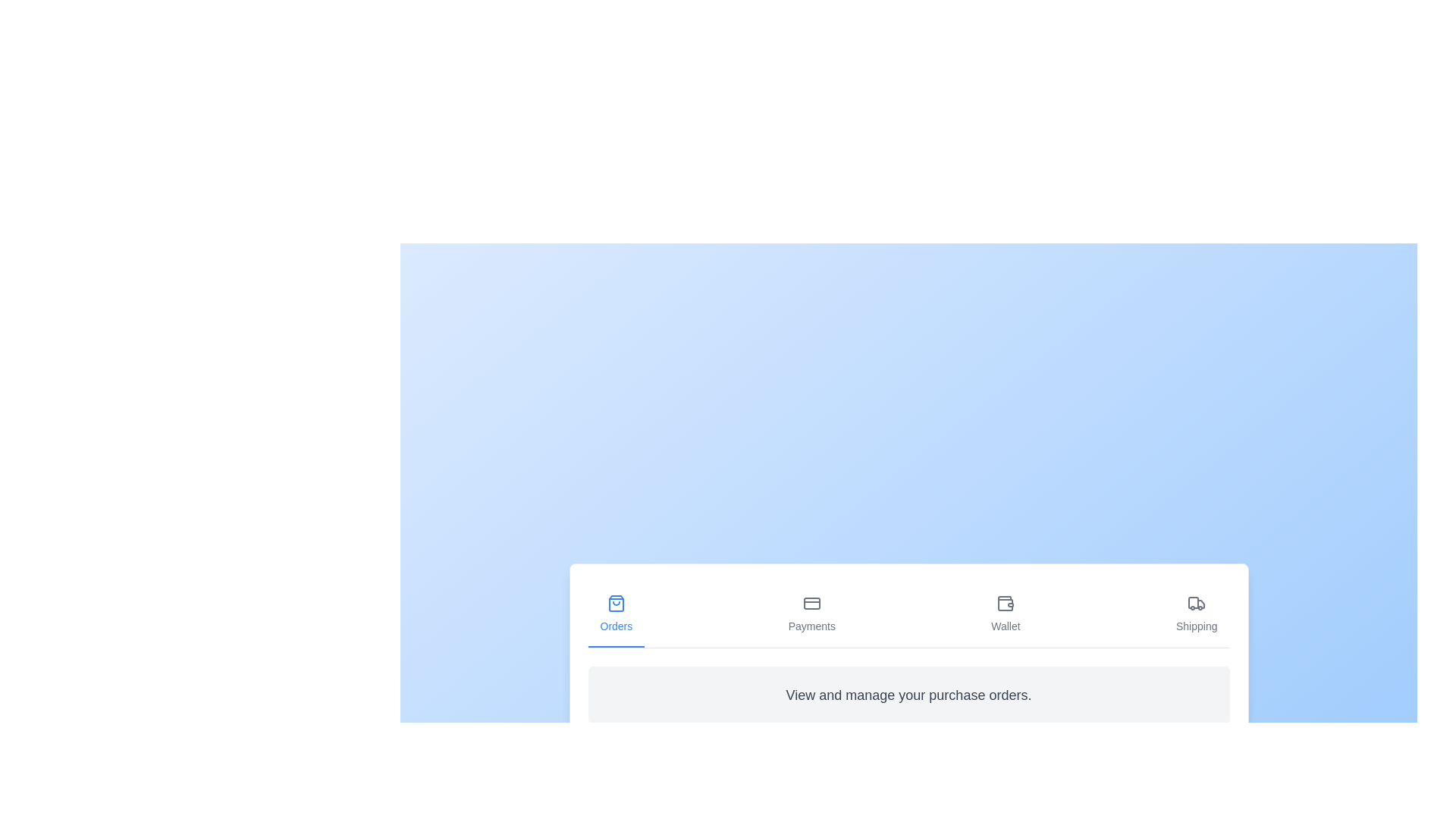 The image size is (1456, 819). I want to click on the informational label that displays the text 'View and manage your purchase orders.' which is located below the navigation menu and centered in the section, so click(908, 695).